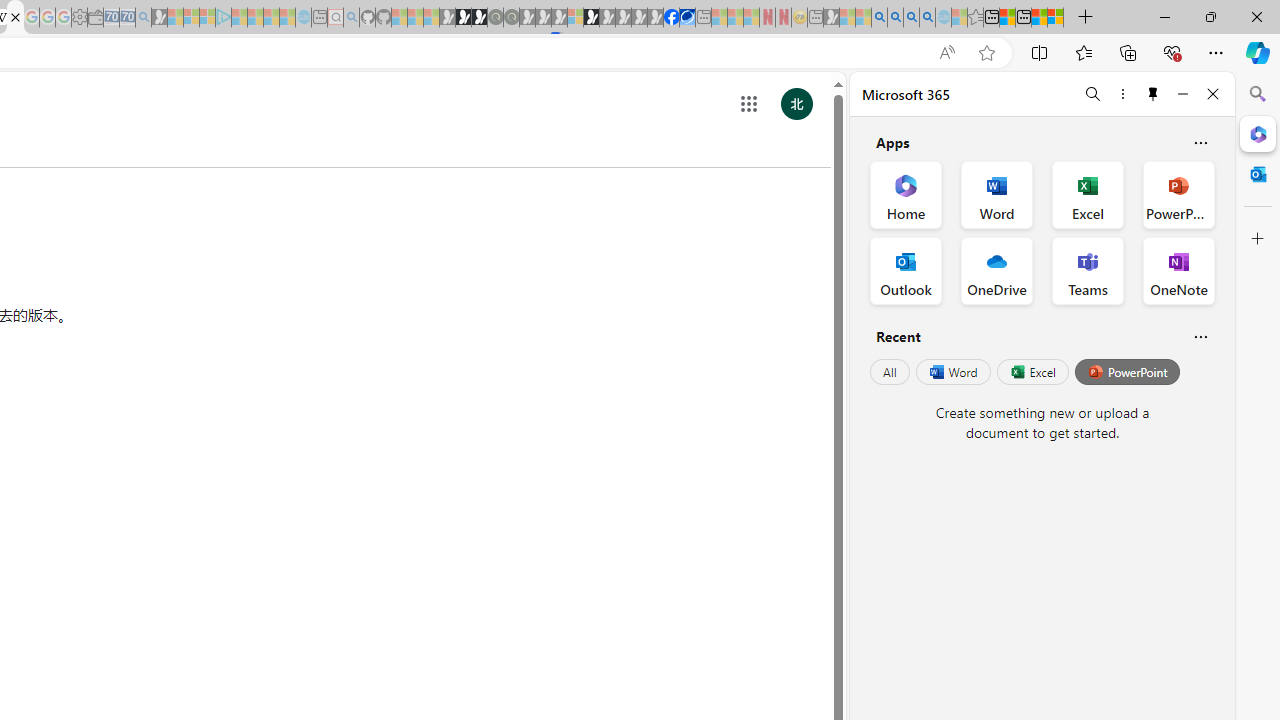 Image resolution: width=1280 pixels, height=720 pixels. I want to click on 'Outlook Office App', so click(905, 271).